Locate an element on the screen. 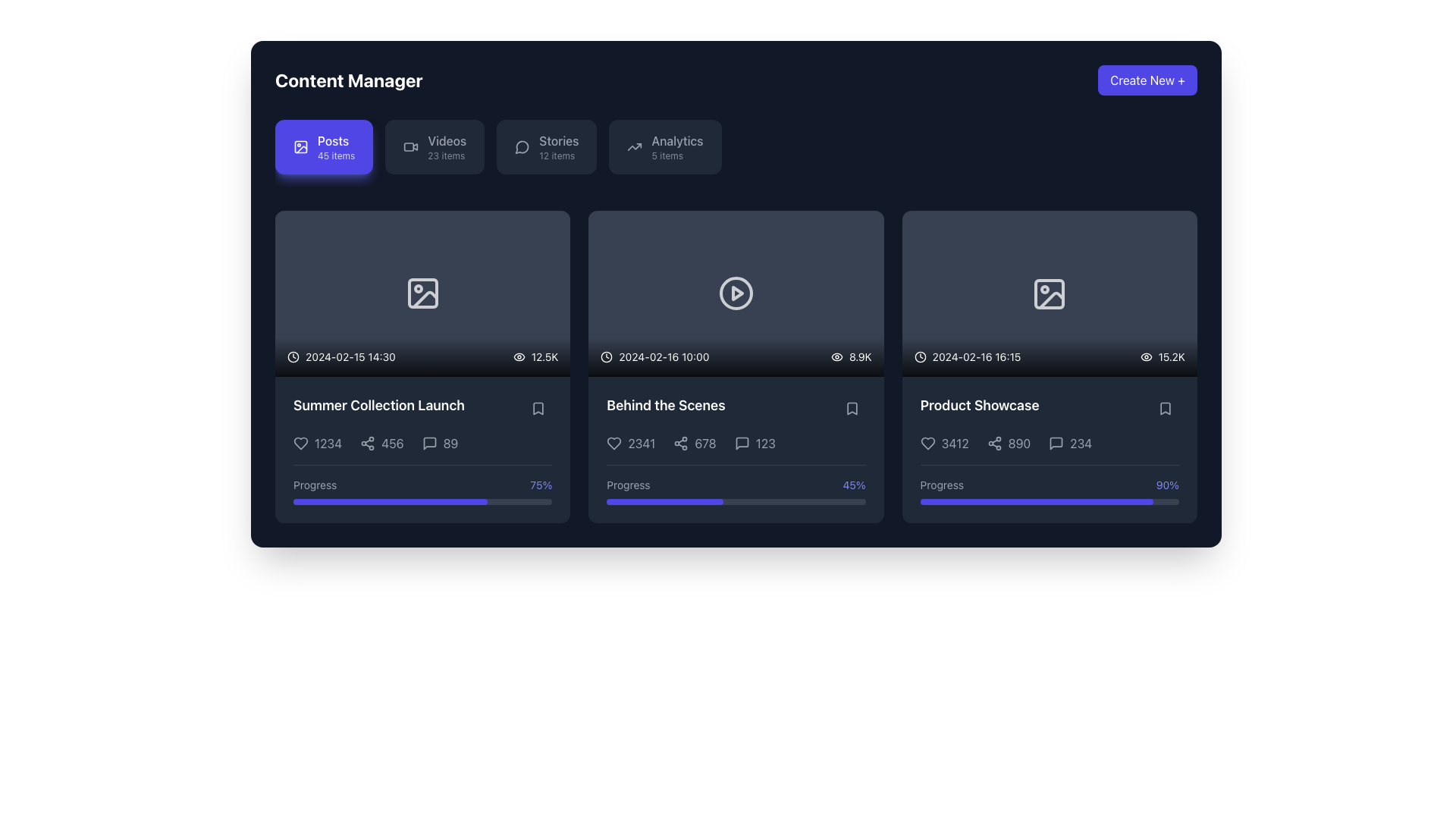  the composite UI element that consists of an eye icon and a text label, indicating the total number of views or impressions, positioned to the right of the timestamp '2024-02-15 14:30' and above the title 'Summer Collection Launch' is located at coordinates (535, 356).